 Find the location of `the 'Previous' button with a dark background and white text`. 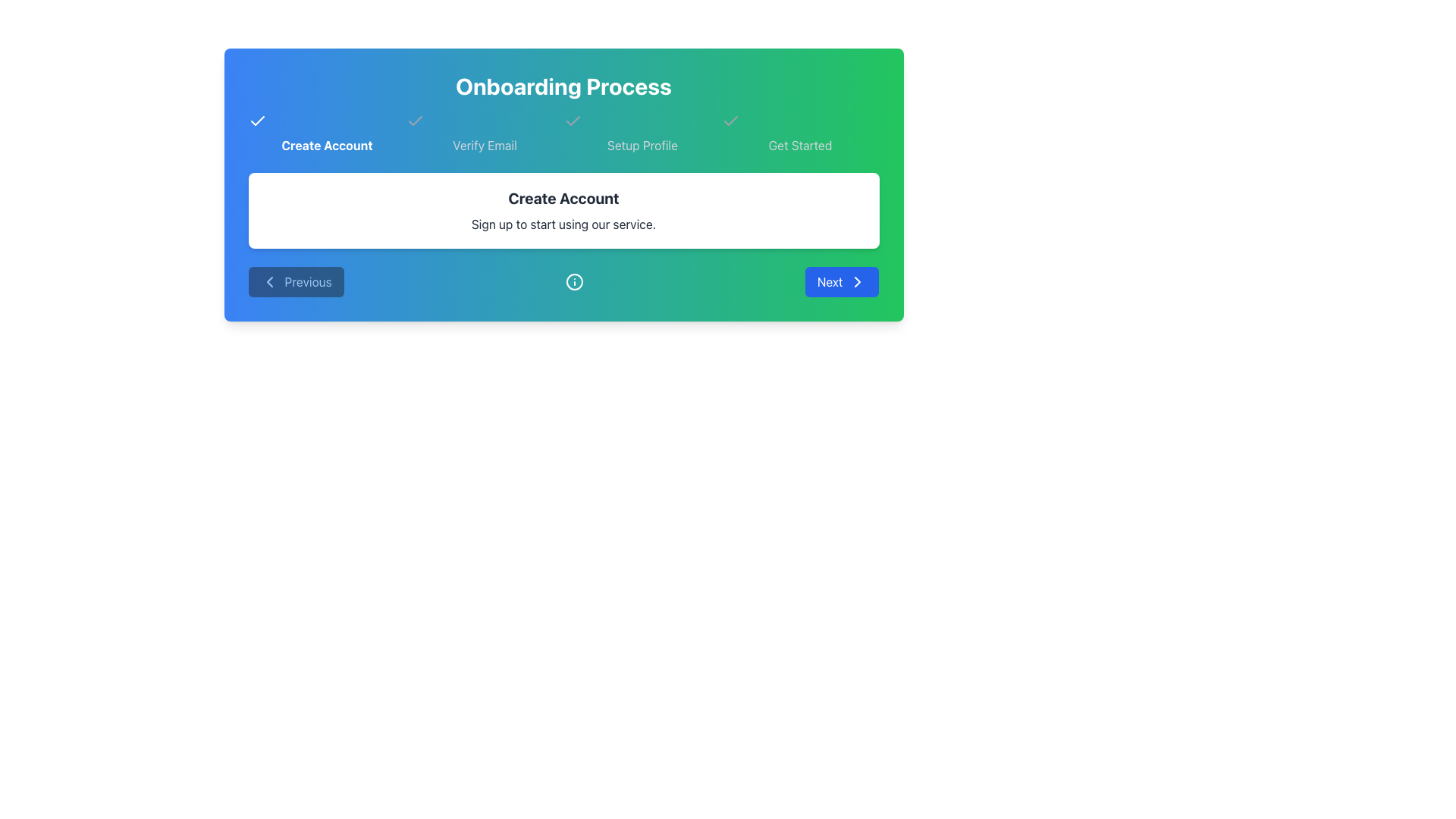

the 'Previous' button with a dark background and white text is located at coordinates (296, 281).